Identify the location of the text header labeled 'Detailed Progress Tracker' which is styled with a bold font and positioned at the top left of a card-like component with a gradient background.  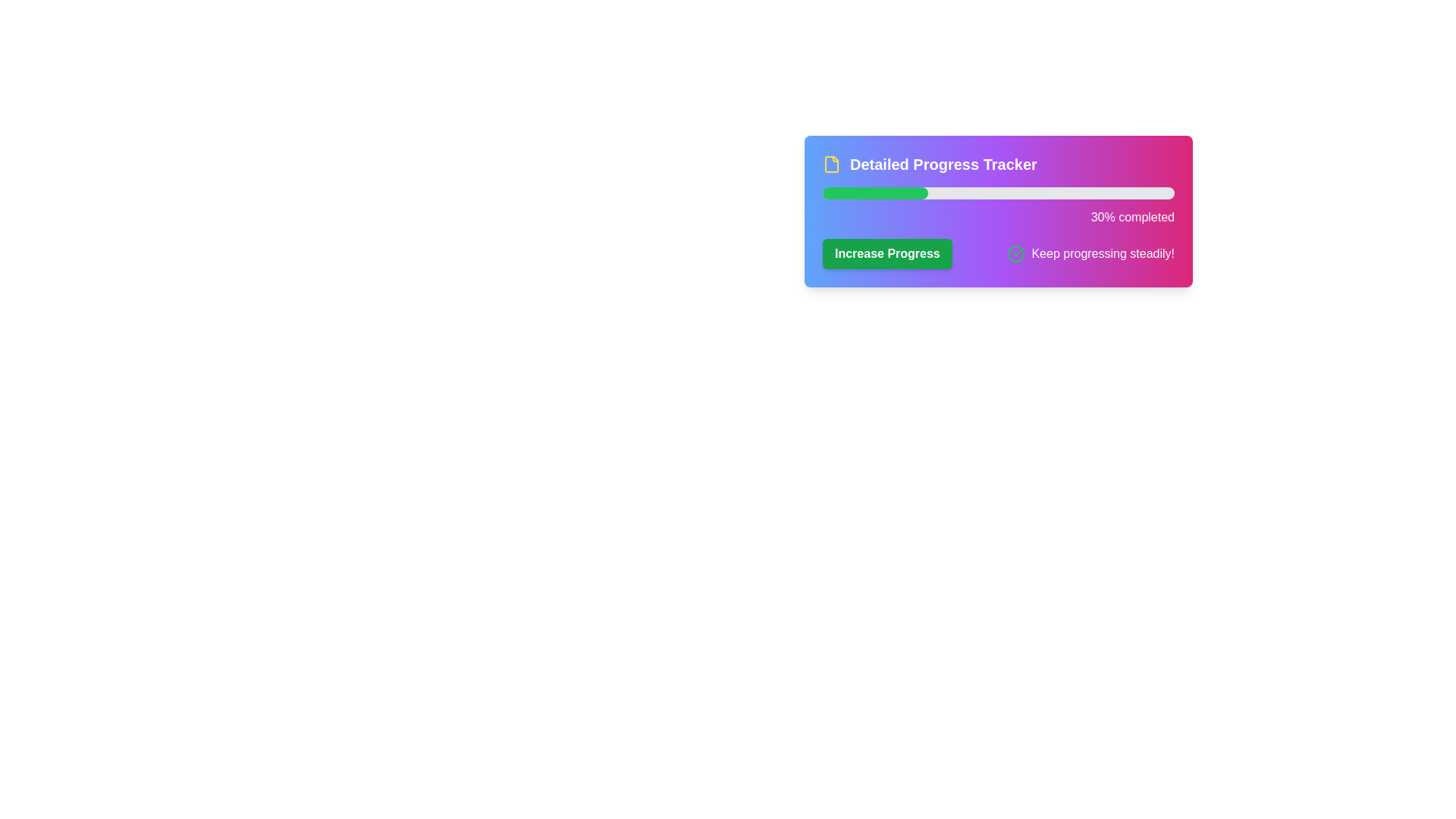
(998, 164).